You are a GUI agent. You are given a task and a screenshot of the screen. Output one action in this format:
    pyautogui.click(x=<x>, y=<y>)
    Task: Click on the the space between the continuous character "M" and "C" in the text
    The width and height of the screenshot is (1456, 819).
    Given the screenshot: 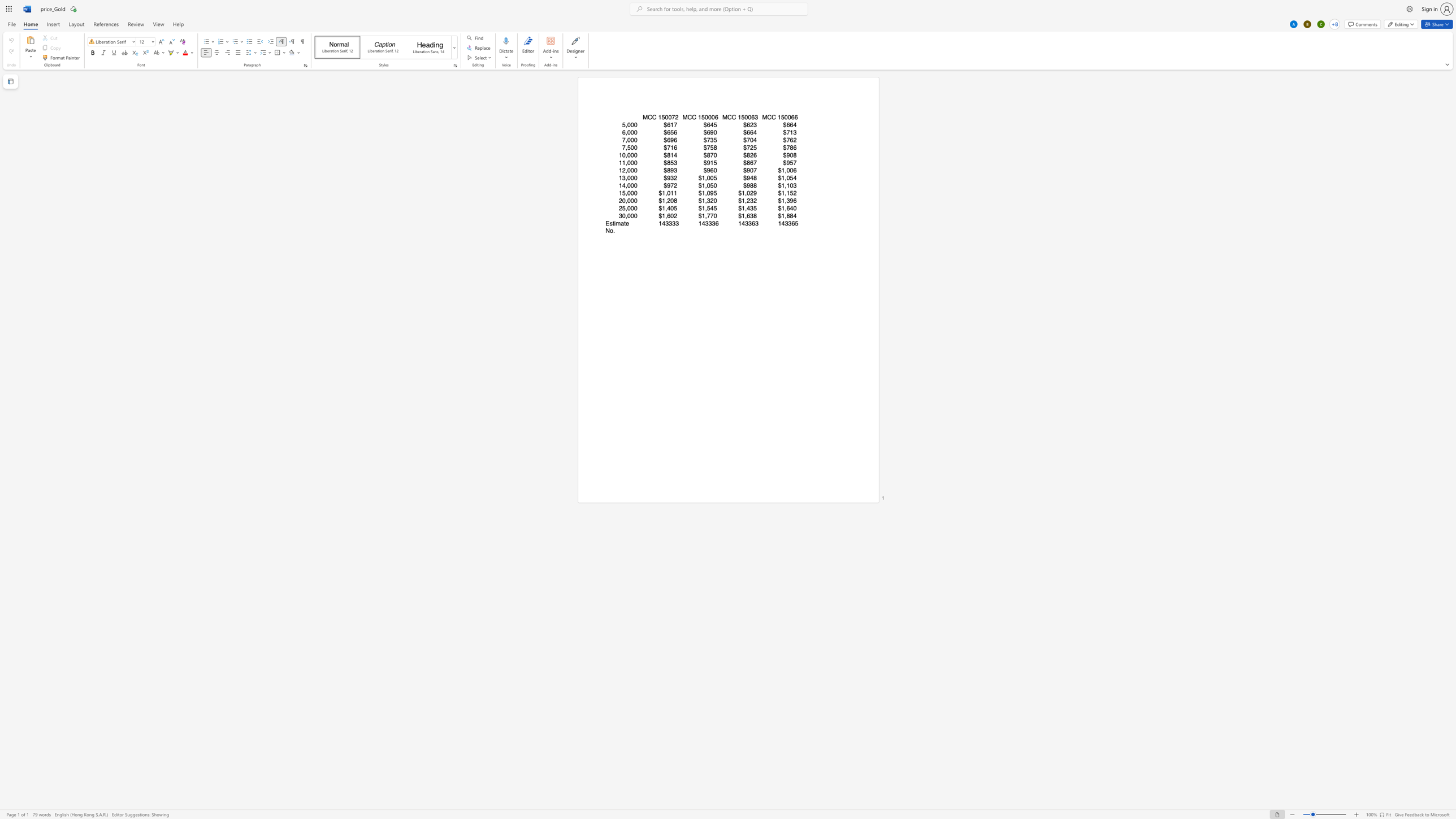 What is the action you would take?
    pyautogui.click(x=647, y=117)
    